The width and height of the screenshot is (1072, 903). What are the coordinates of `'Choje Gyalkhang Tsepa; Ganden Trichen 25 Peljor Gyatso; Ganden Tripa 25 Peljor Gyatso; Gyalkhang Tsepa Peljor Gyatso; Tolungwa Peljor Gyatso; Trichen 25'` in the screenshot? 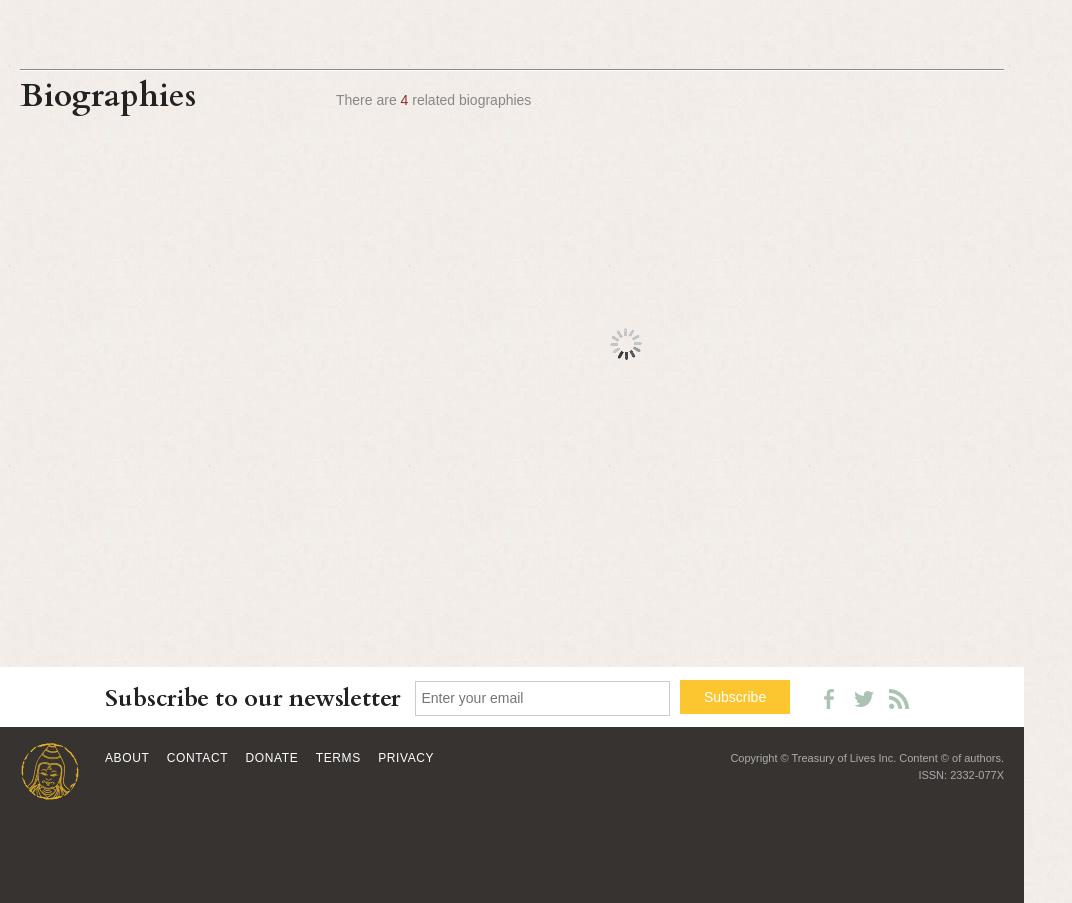 It's located at (729, 866).